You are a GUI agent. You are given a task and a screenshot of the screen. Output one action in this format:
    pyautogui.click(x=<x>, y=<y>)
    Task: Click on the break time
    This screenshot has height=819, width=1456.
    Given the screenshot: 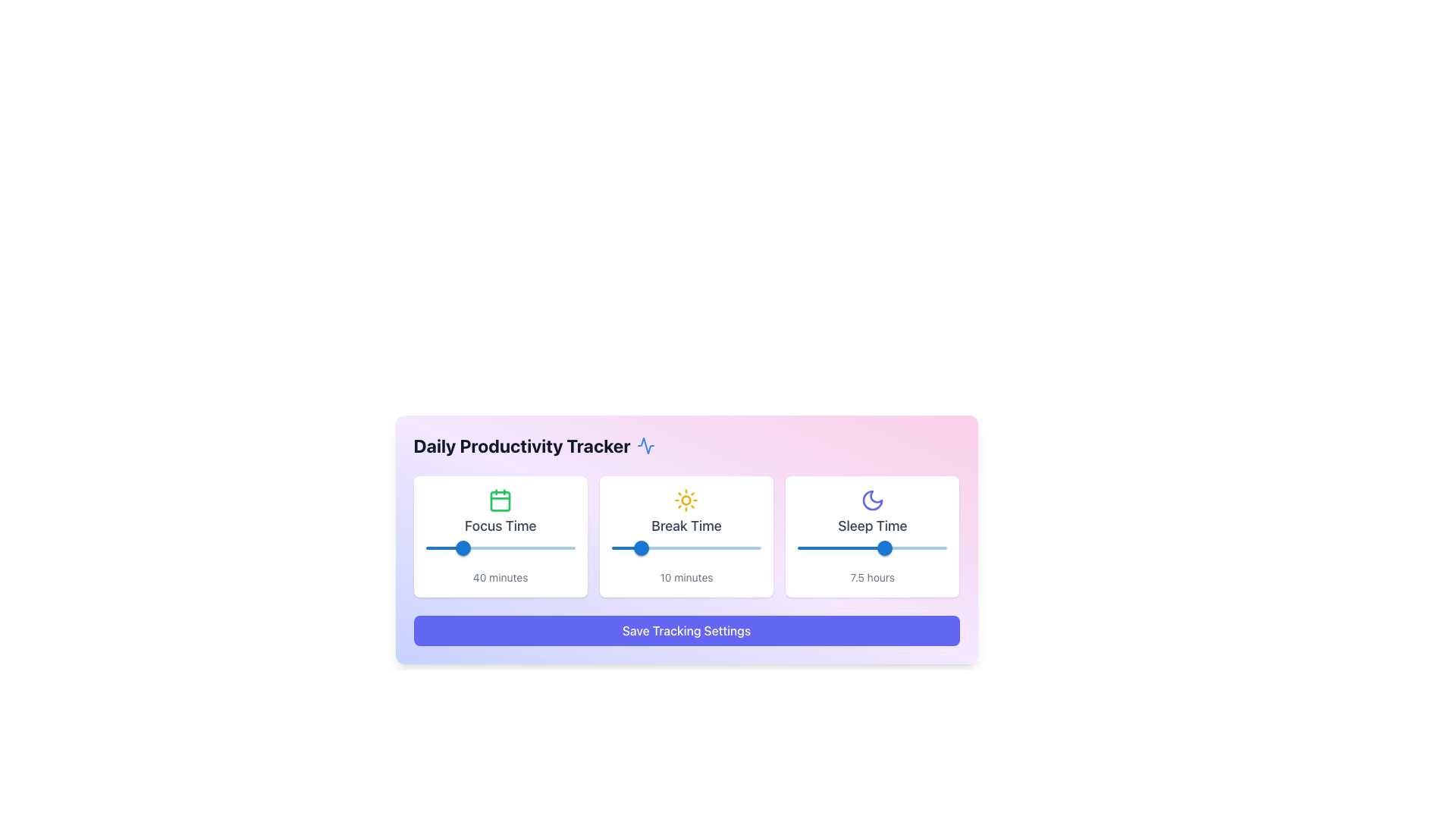 What is the action you would take?
    pyautogui.click(x=614, y=548)
    